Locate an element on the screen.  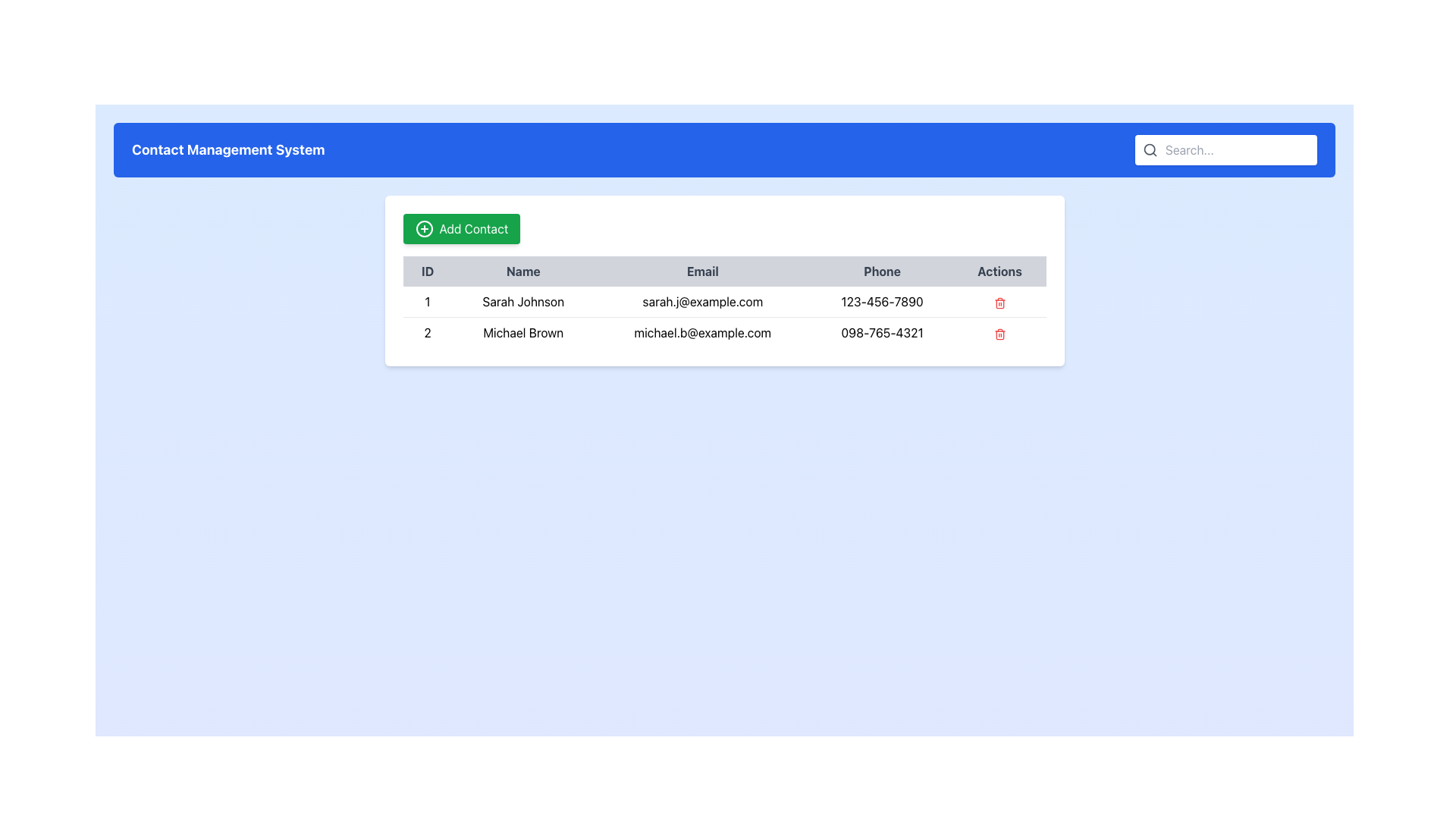
the 'Email' column header in the table, which is displayed in bold and dark font on a light gray background is located at coordinates (701, 271).